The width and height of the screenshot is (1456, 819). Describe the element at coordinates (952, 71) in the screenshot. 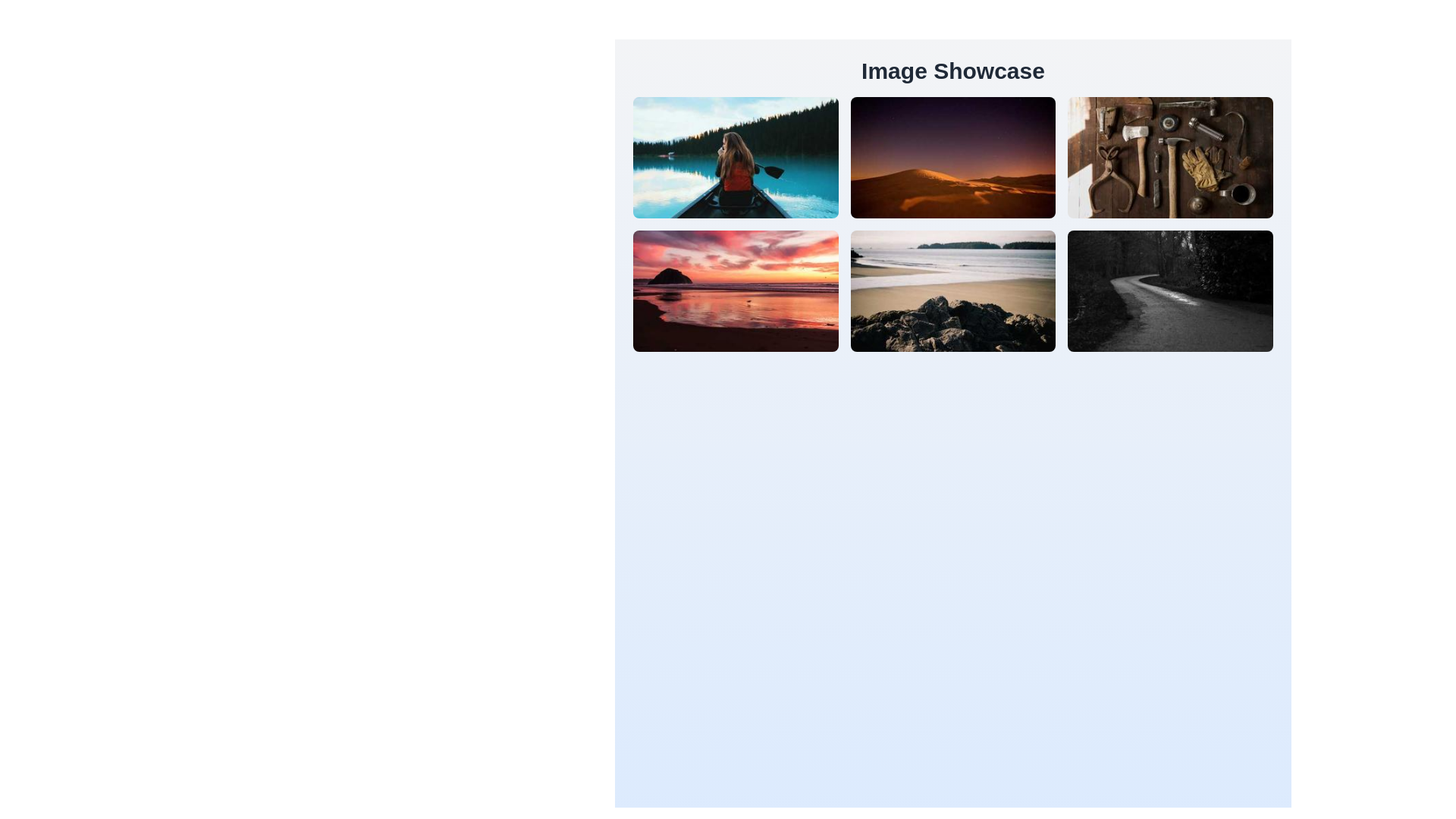

I see `static text label 'Image Showcase' which is bold and large, centered horizontally at the top of the grid layout` at that location.